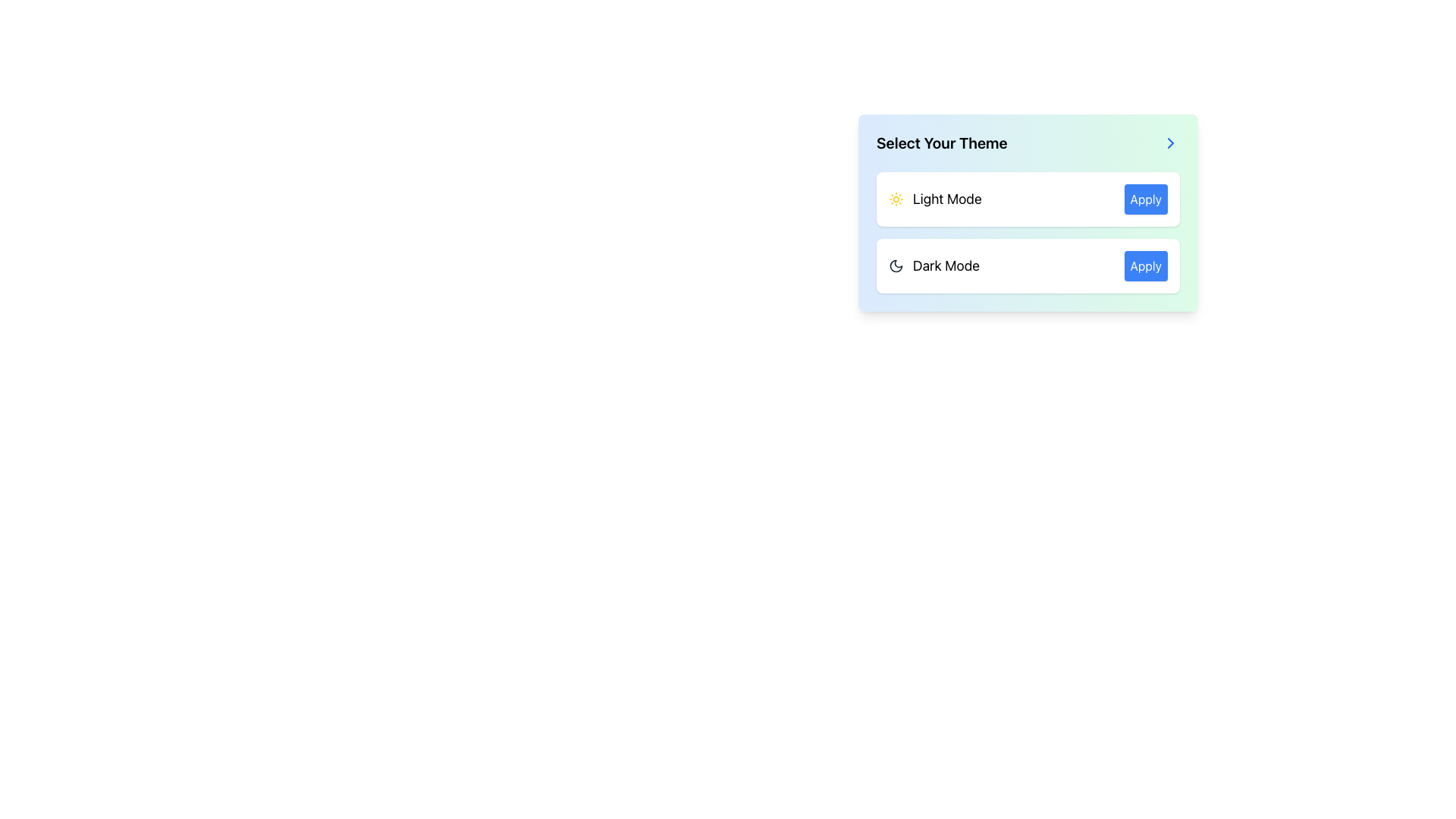  Describe the element at coordinates (1028, 245) in the screenshot. I see `the 'Dark Mode' option in the interactive Option card labeled 'Select Your Theme'` at that location.